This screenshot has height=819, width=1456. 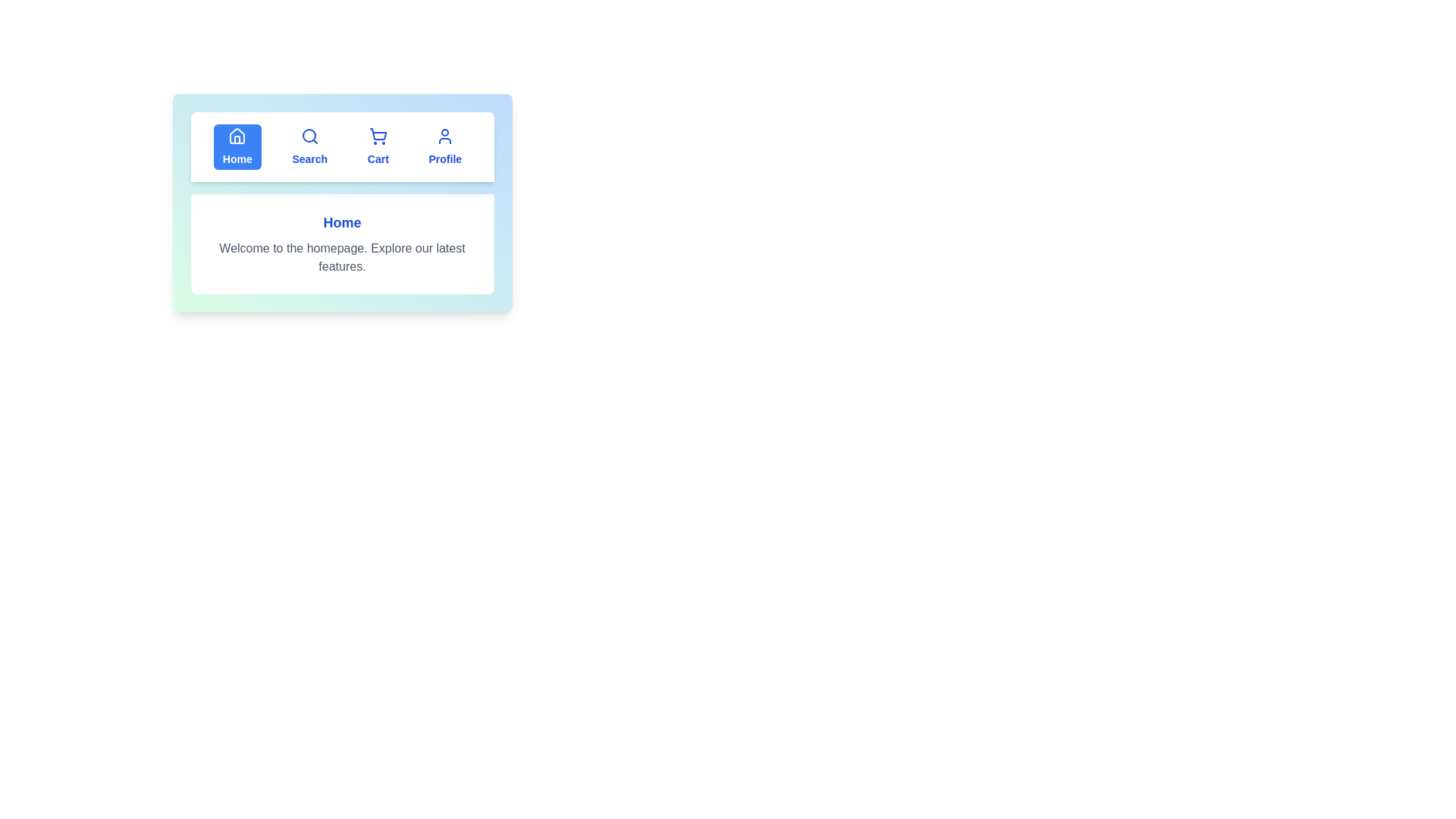 What do you see at coordinates (378, 146) in the screenshot?
I see `the tab labeled Cart to observe its hover effect` at bounding box center [378, 146].